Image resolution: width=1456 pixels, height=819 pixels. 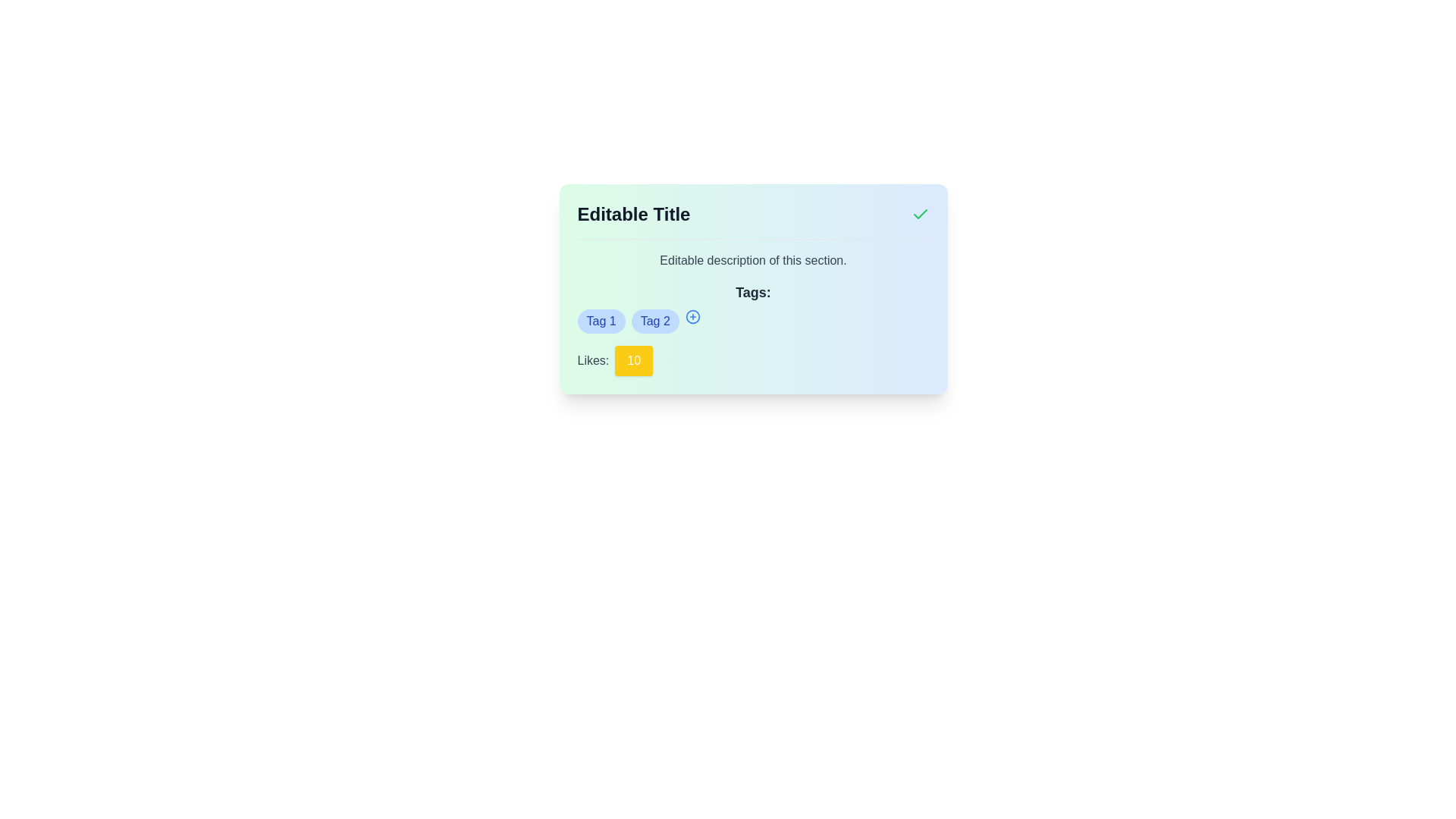 What do you see at coordinates (655, 321) in the screenshot?
I see `the second tag label positioned under the 'Tags:' label to interact with it` at bounding box center [655, 321].